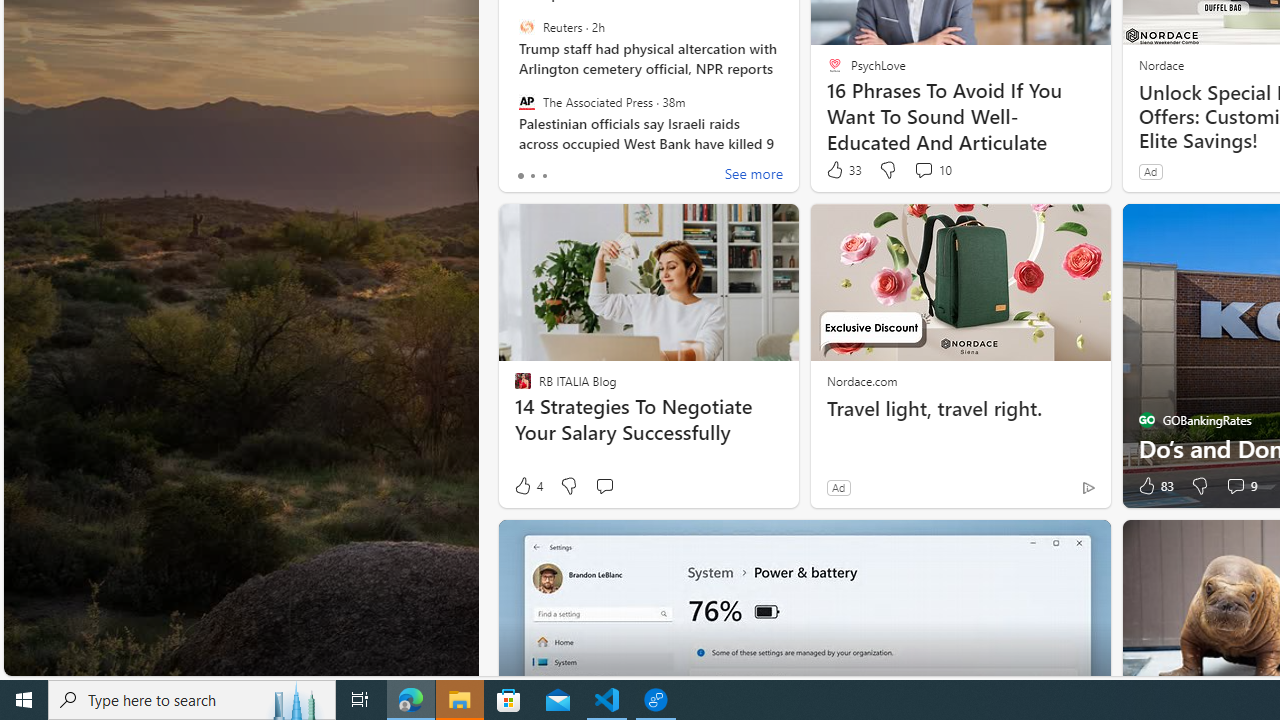 Image resolution: width=1280 pixels, height=720 pixels. What do you see at coordinates (862, 380) in the screenshot?
I see `'Nordace.com'` at bounding box center [862, 380].